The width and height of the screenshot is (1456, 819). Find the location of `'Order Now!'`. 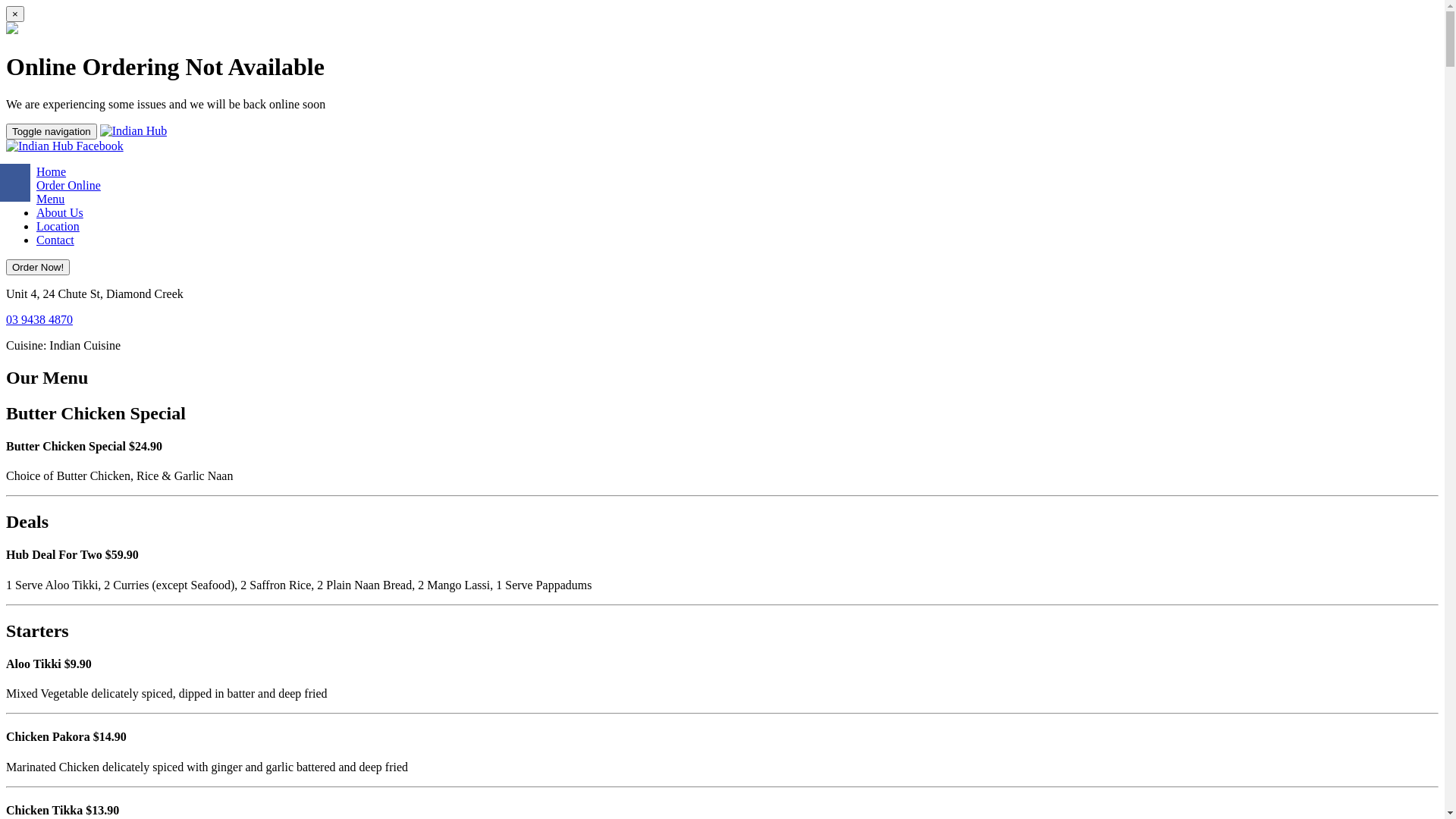

'Order Now!' is located at coordinates (37, 266).